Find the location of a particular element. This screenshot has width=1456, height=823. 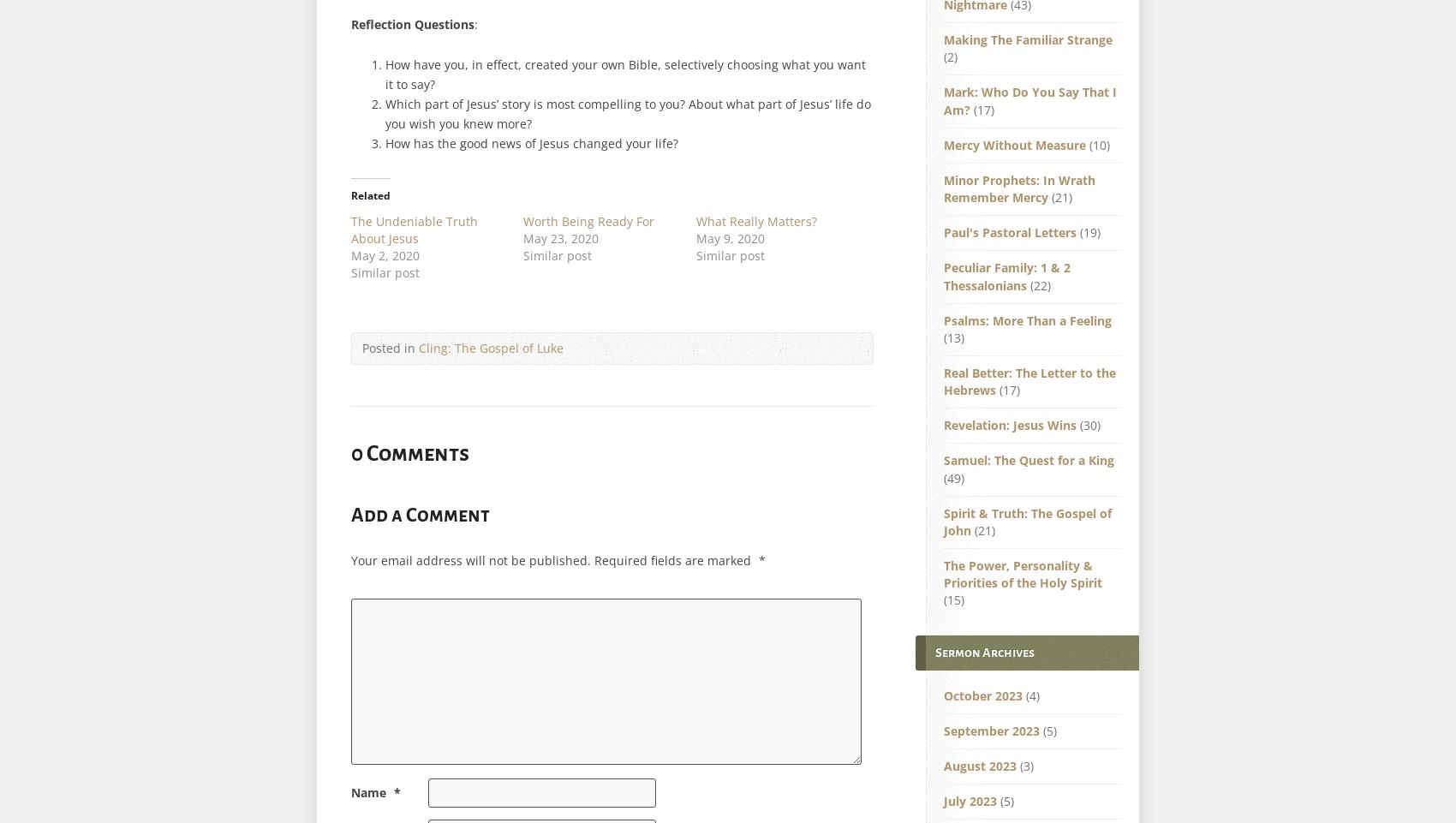

'(30)' is located at coordinates (1087, 425).